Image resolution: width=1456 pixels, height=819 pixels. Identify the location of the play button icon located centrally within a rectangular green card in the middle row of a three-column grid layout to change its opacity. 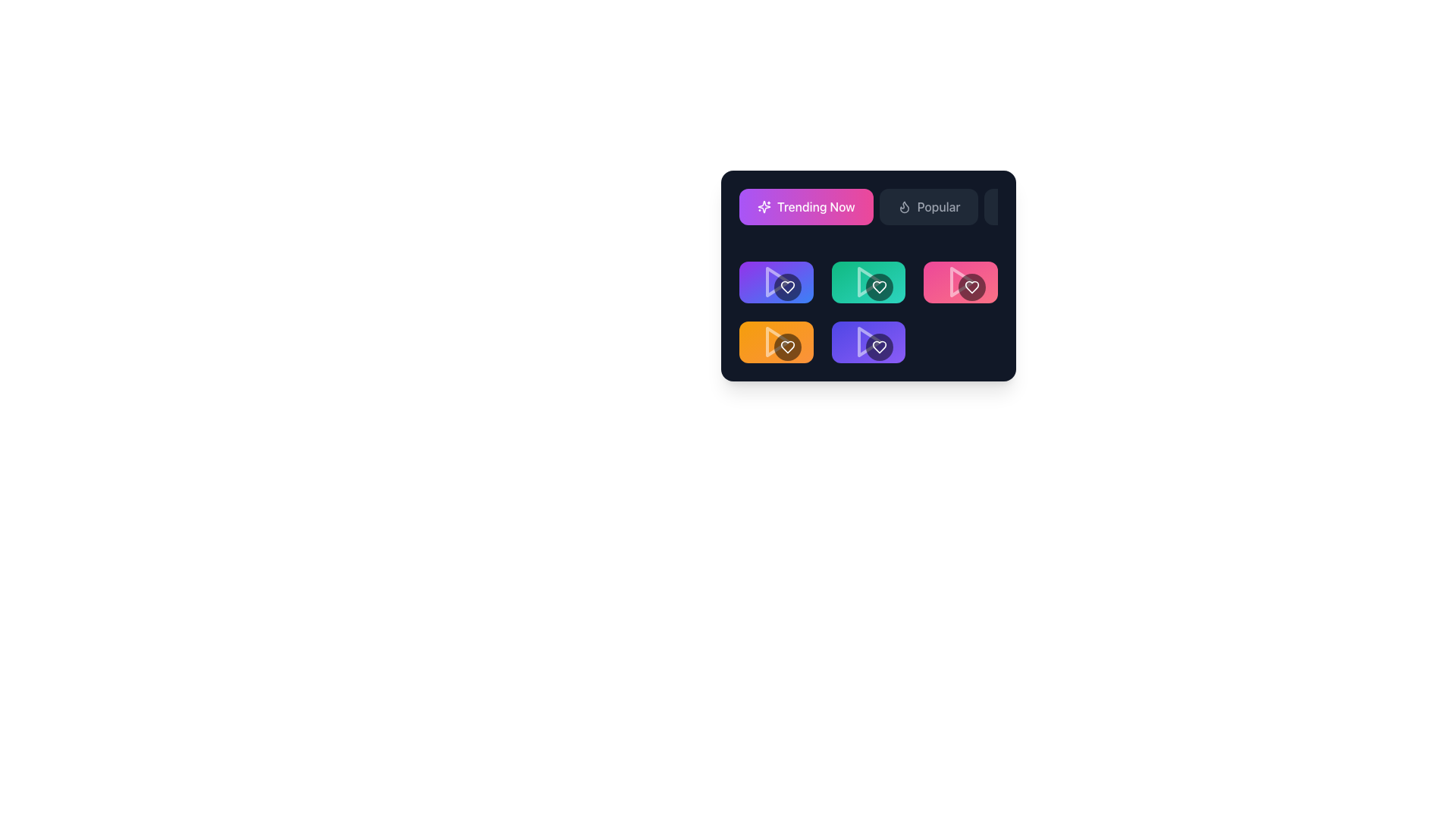
(868, 282).